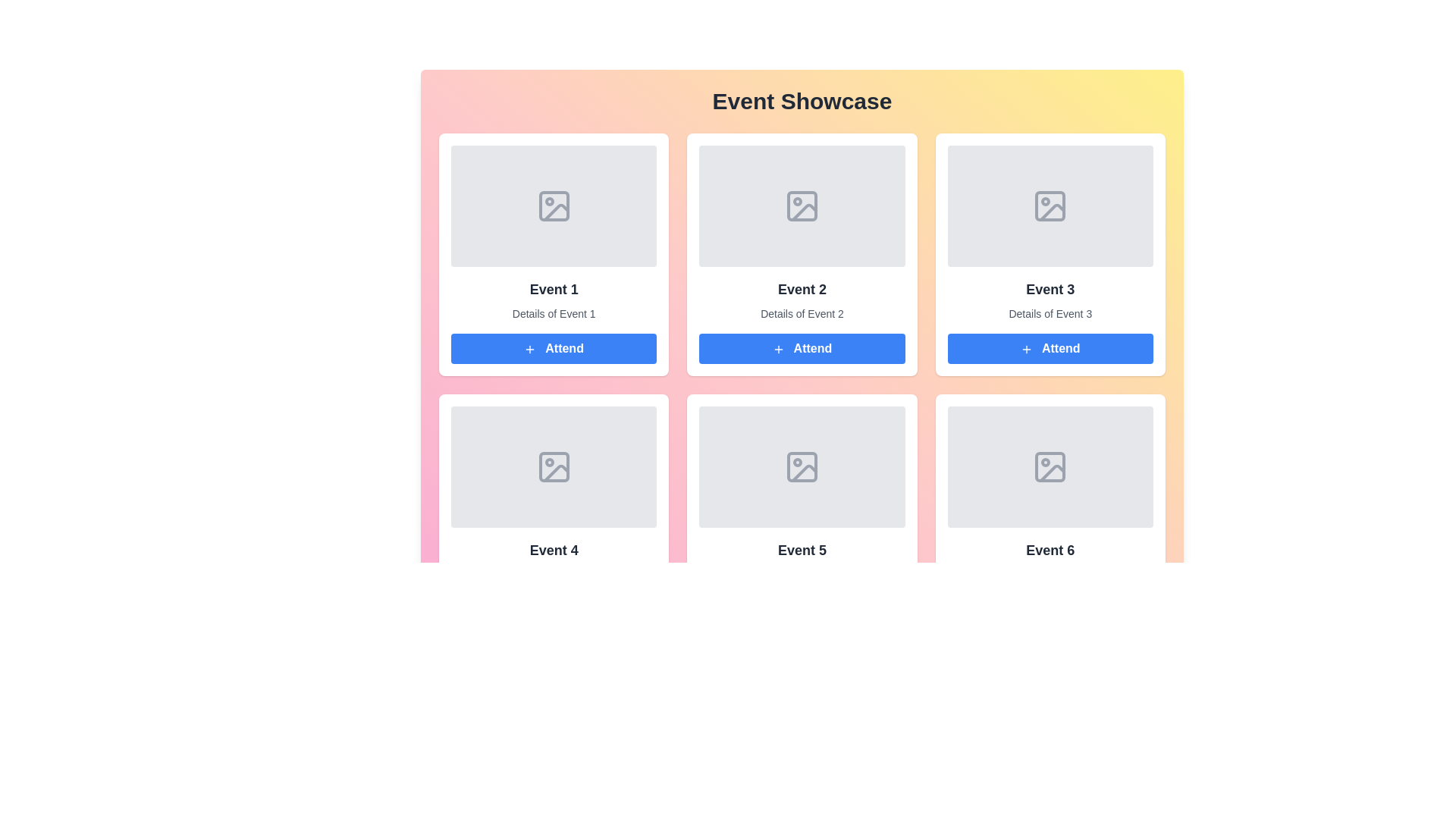 This screenshot has width=1456, height=819. Describe the element at coordinates (1050, 312) in the screenshot. I see `the static text label displaying 'Details of Event 3', which is located below the title 'Event 3' and above the 'Attend' button in the third event card of the grid` at that location.